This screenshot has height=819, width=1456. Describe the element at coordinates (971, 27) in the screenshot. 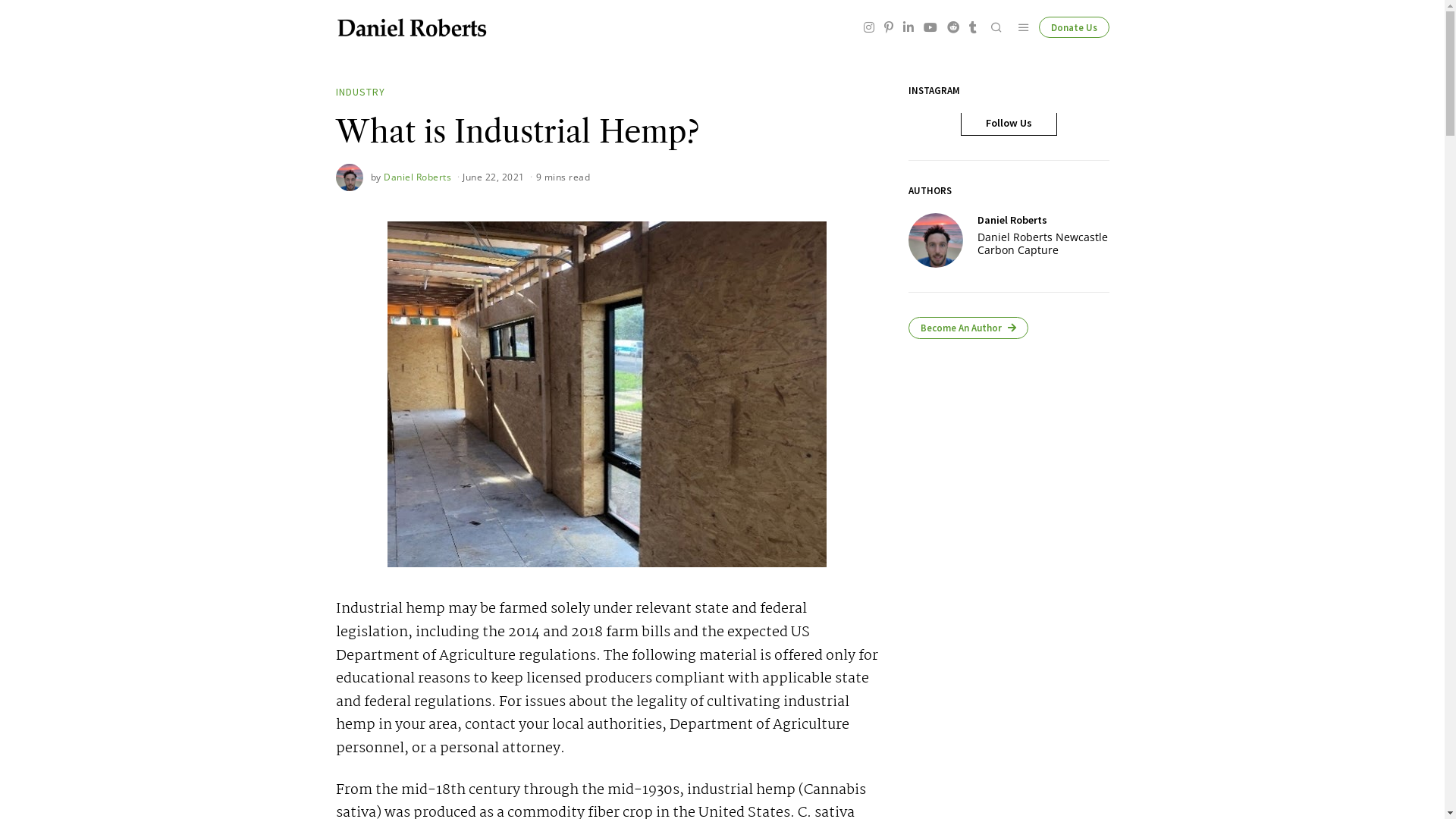

I see `'Tumblr'` at that location.